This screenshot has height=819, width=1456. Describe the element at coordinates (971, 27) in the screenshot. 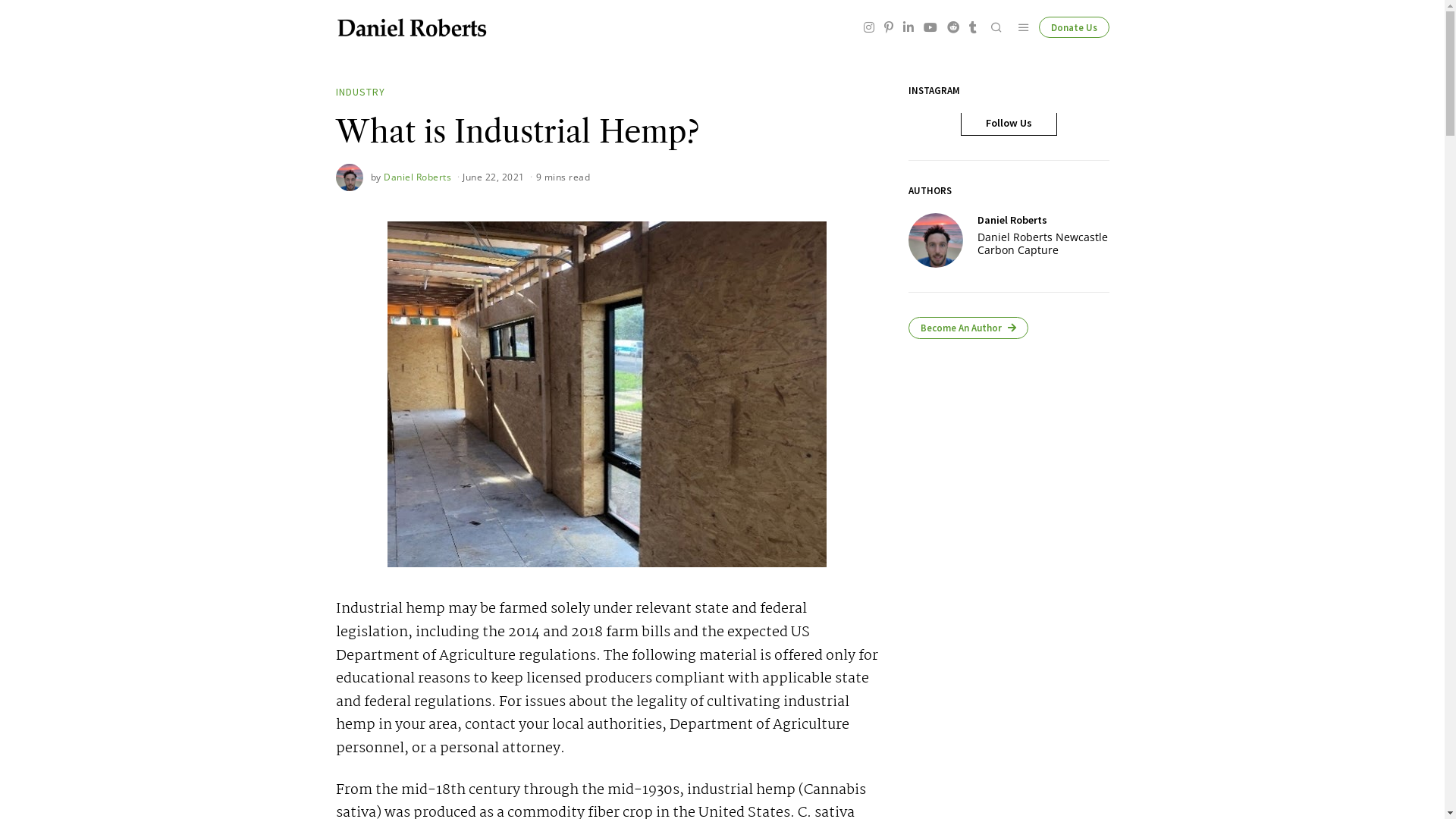

I see `'Tumblr'` at that location.